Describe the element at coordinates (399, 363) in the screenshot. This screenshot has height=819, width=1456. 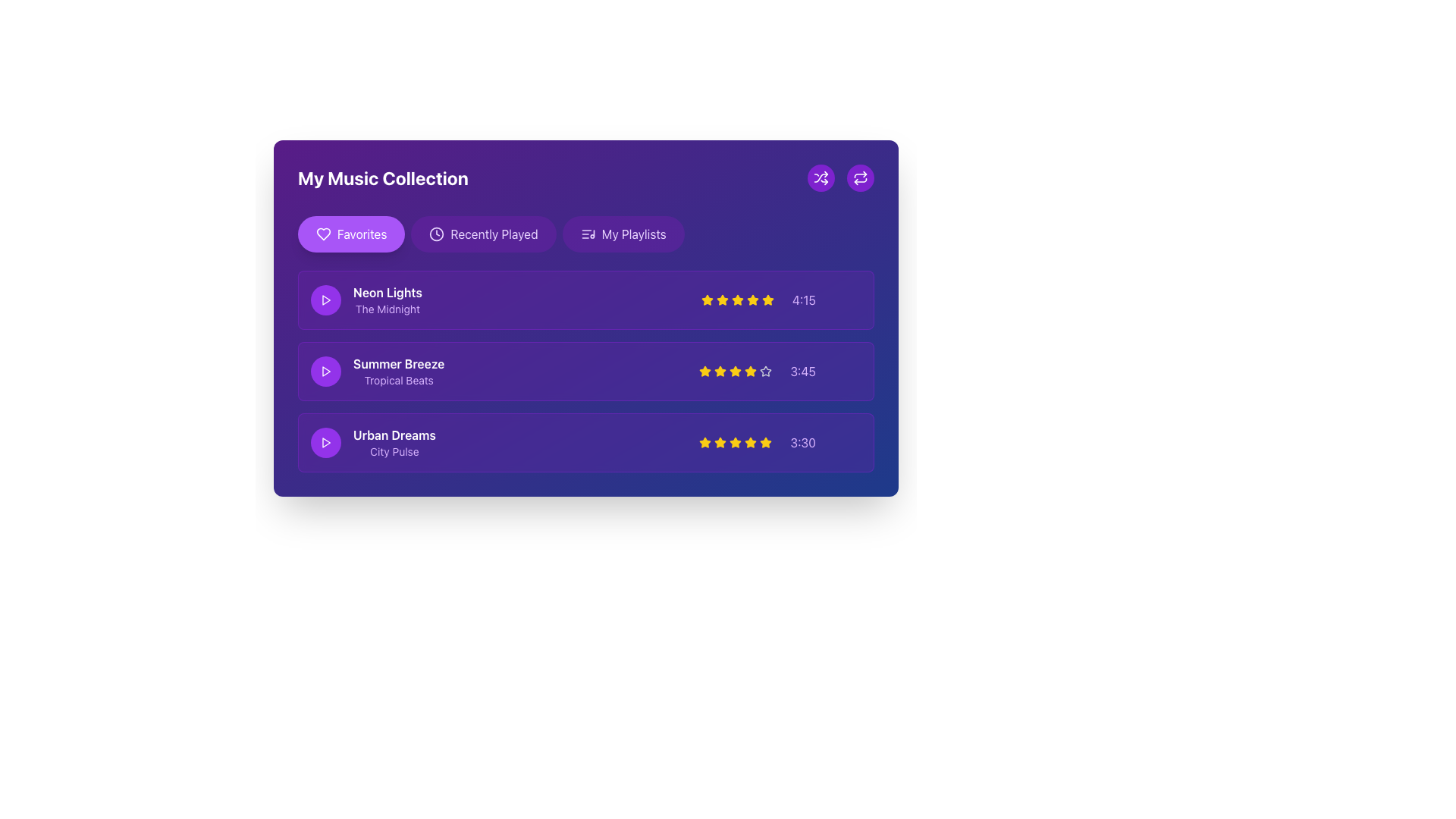
I see `the text label indicating the playlist title 'Summer BreezeTropical Beats'` at that location.